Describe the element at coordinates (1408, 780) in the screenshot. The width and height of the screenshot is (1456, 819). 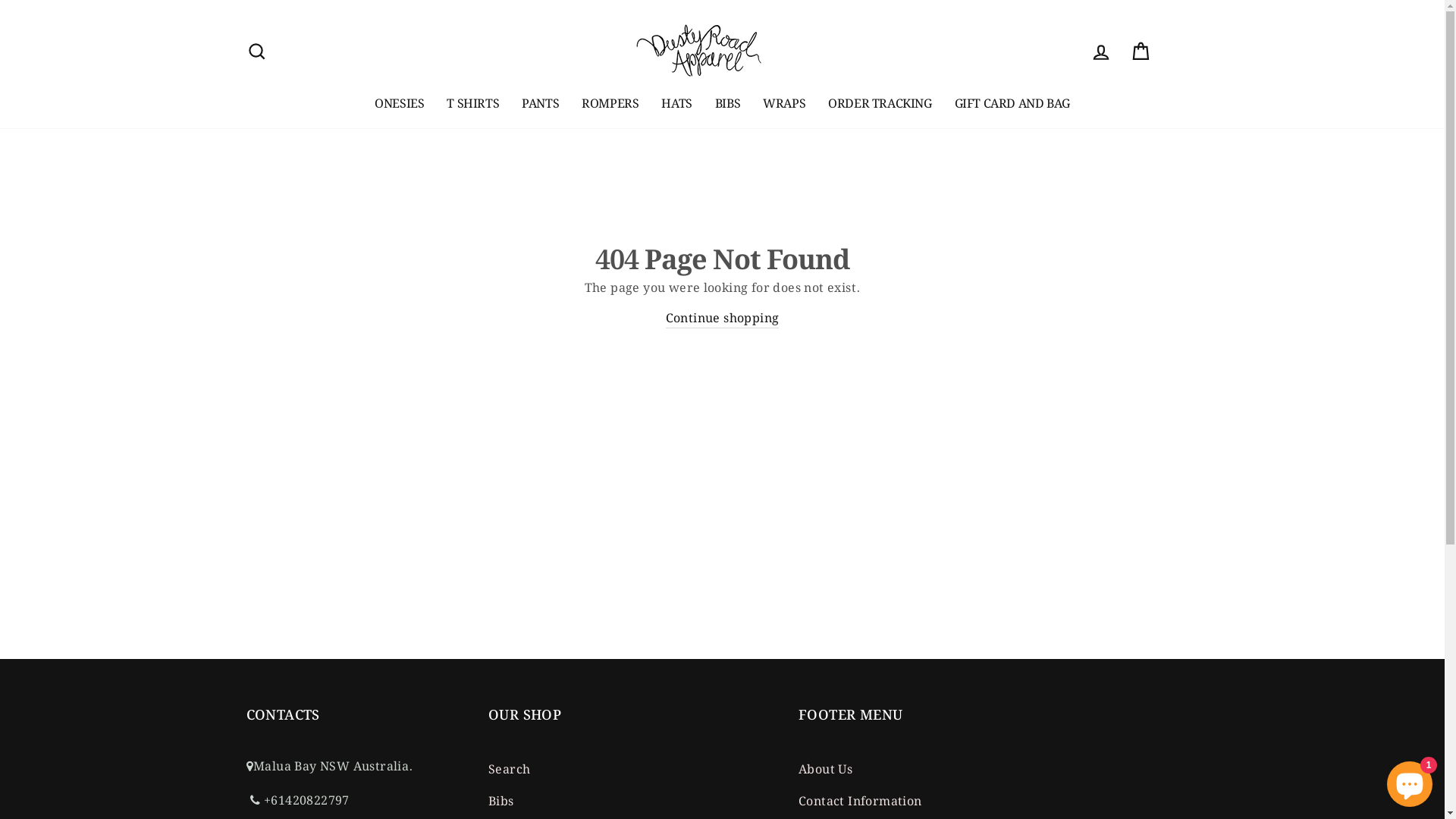
I see `'Shopify online store chat'` at that location.